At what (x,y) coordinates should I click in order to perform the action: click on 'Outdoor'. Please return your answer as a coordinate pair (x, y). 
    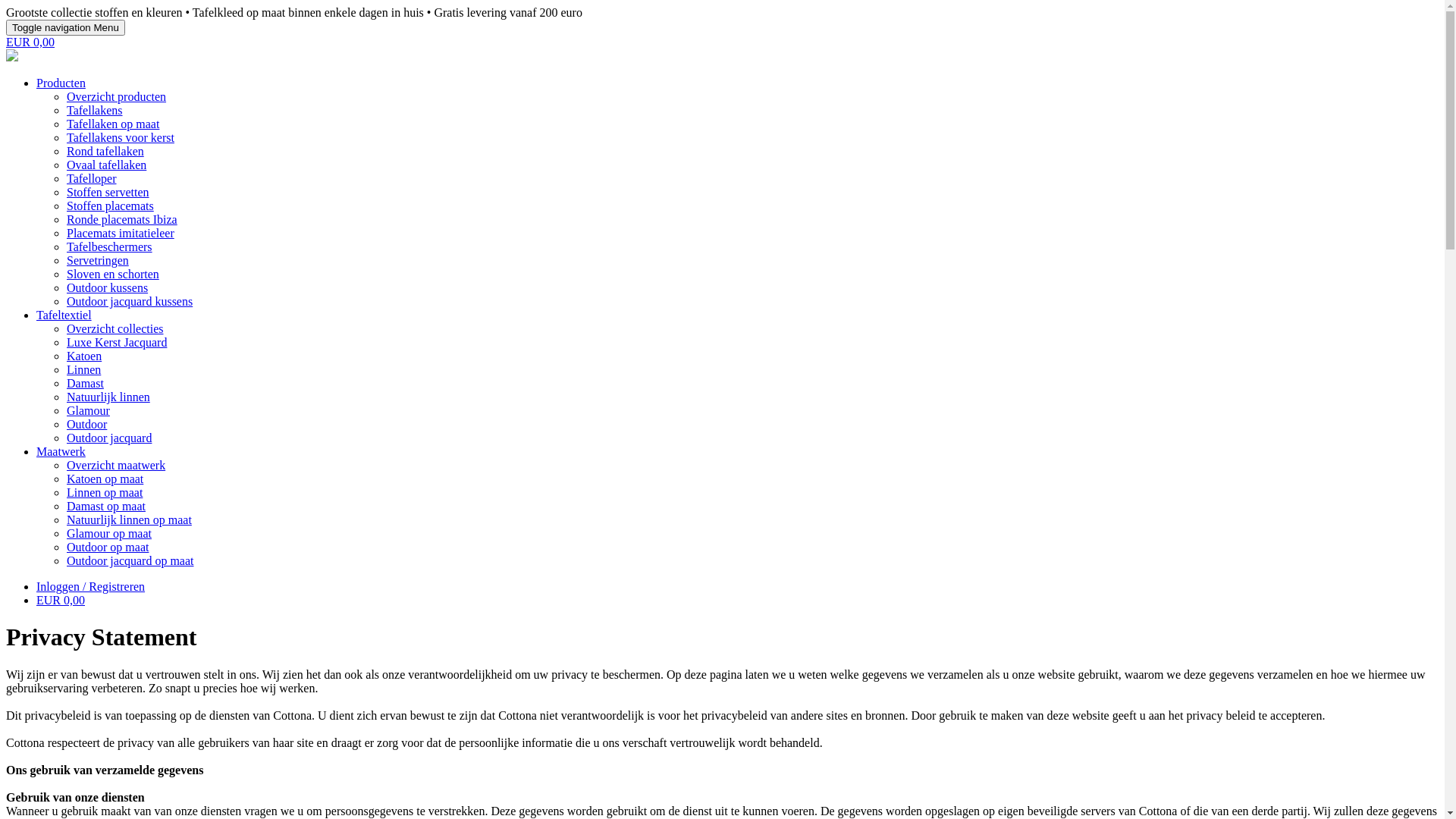
    Looking at the image, I should click on (86, 424).